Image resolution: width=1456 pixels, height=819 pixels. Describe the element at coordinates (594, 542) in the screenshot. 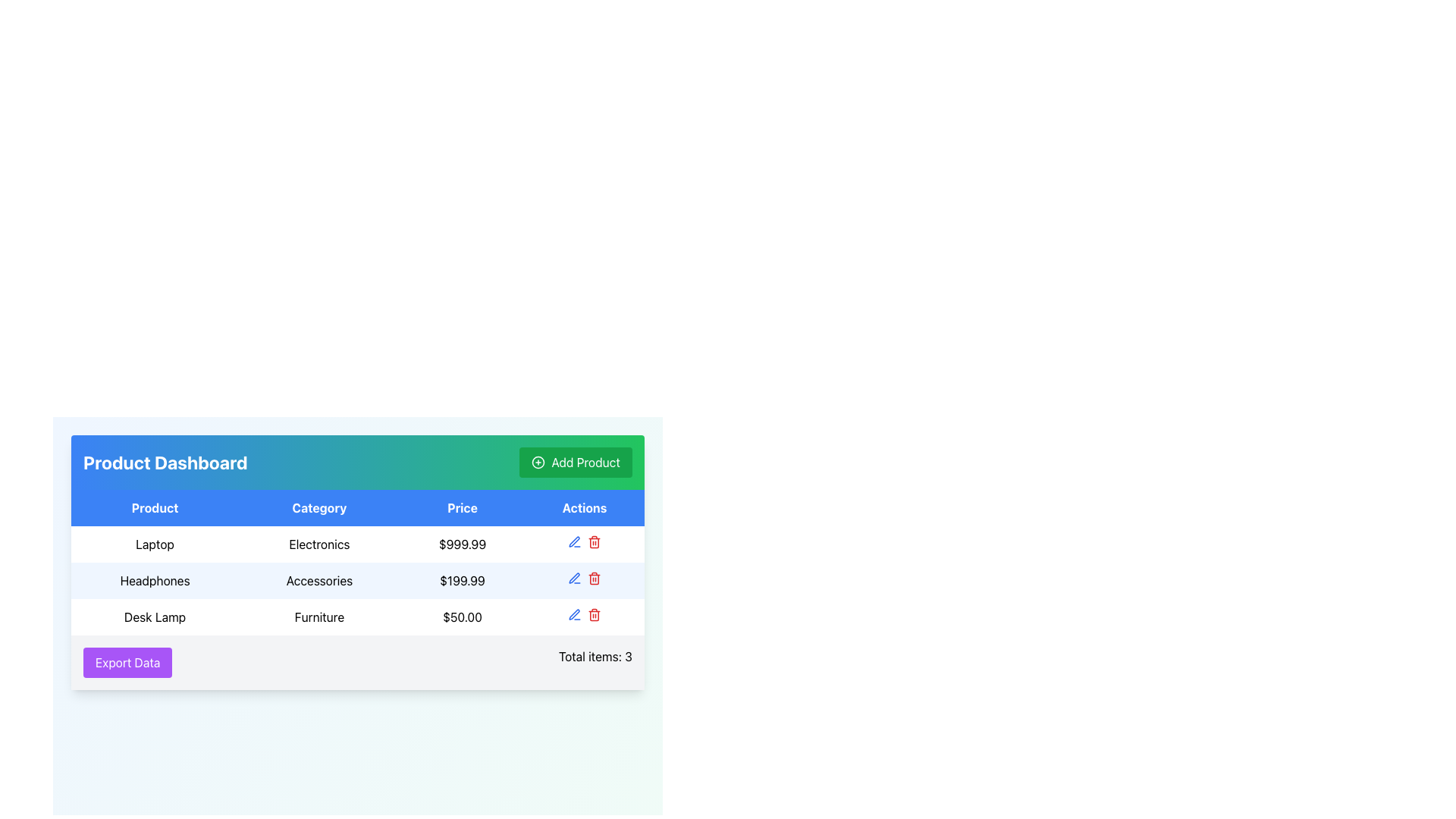

I see `the main body of the trash can icon located in the second button under the 'Actions' column of a table row, which signifies a 'delete' action` at that location.